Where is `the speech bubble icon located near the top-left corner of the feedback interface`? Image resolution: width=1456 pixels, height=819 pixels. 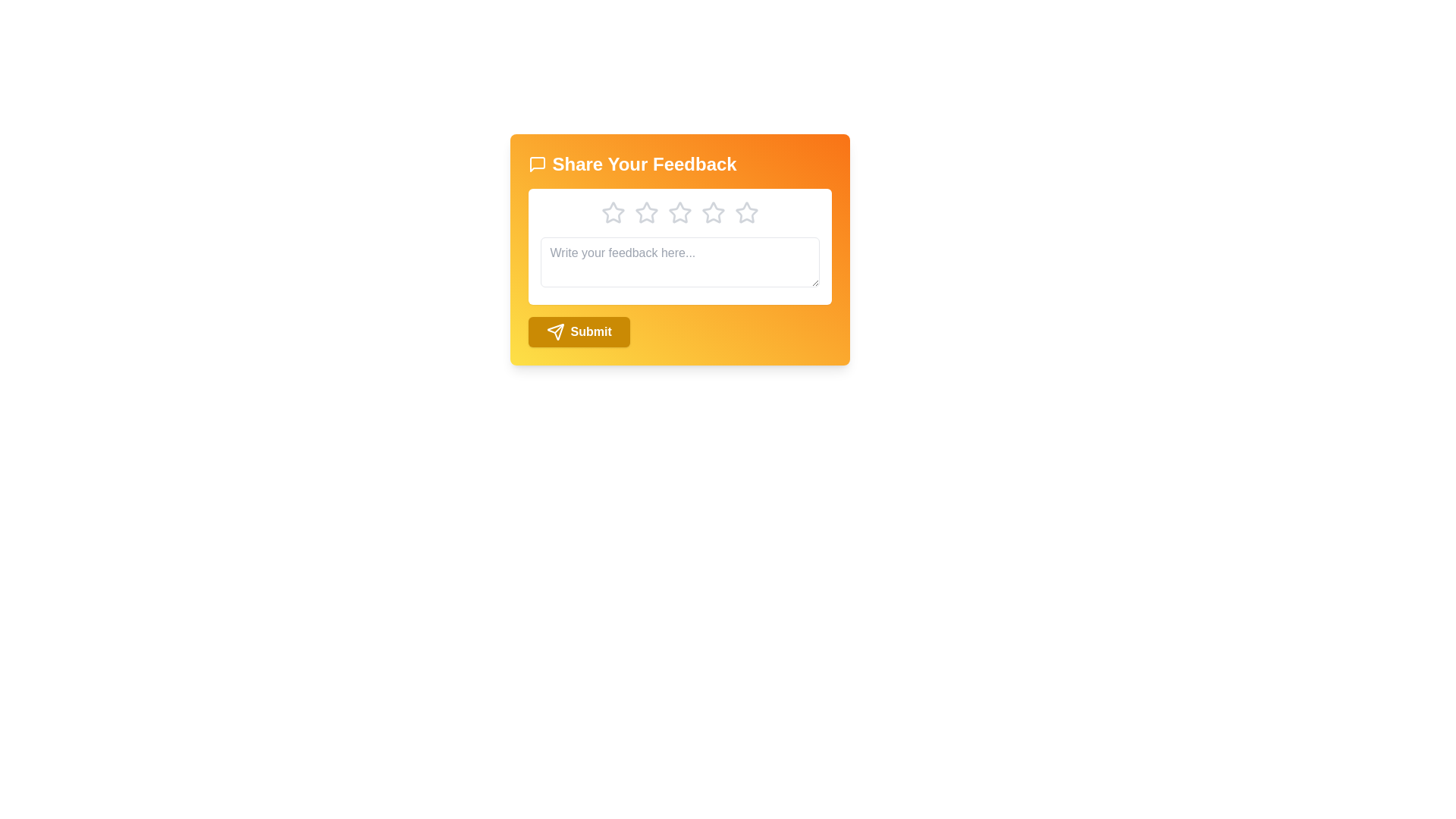
the speech bubble icon located near the top-left corner of the feedback interface is located at coordinates (537, 164).